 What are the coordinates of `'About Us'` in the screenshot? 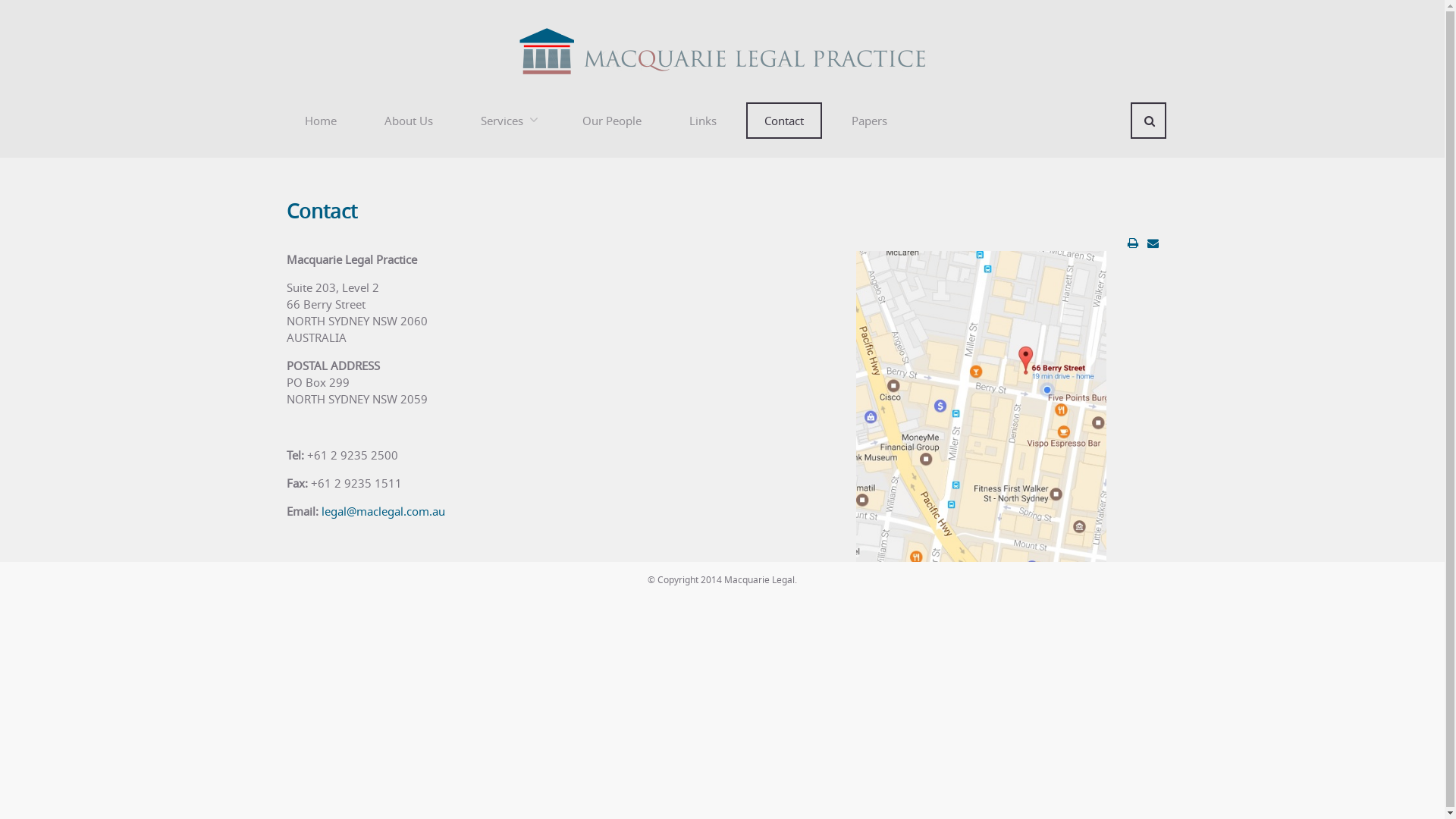 It's located at (367, 119).